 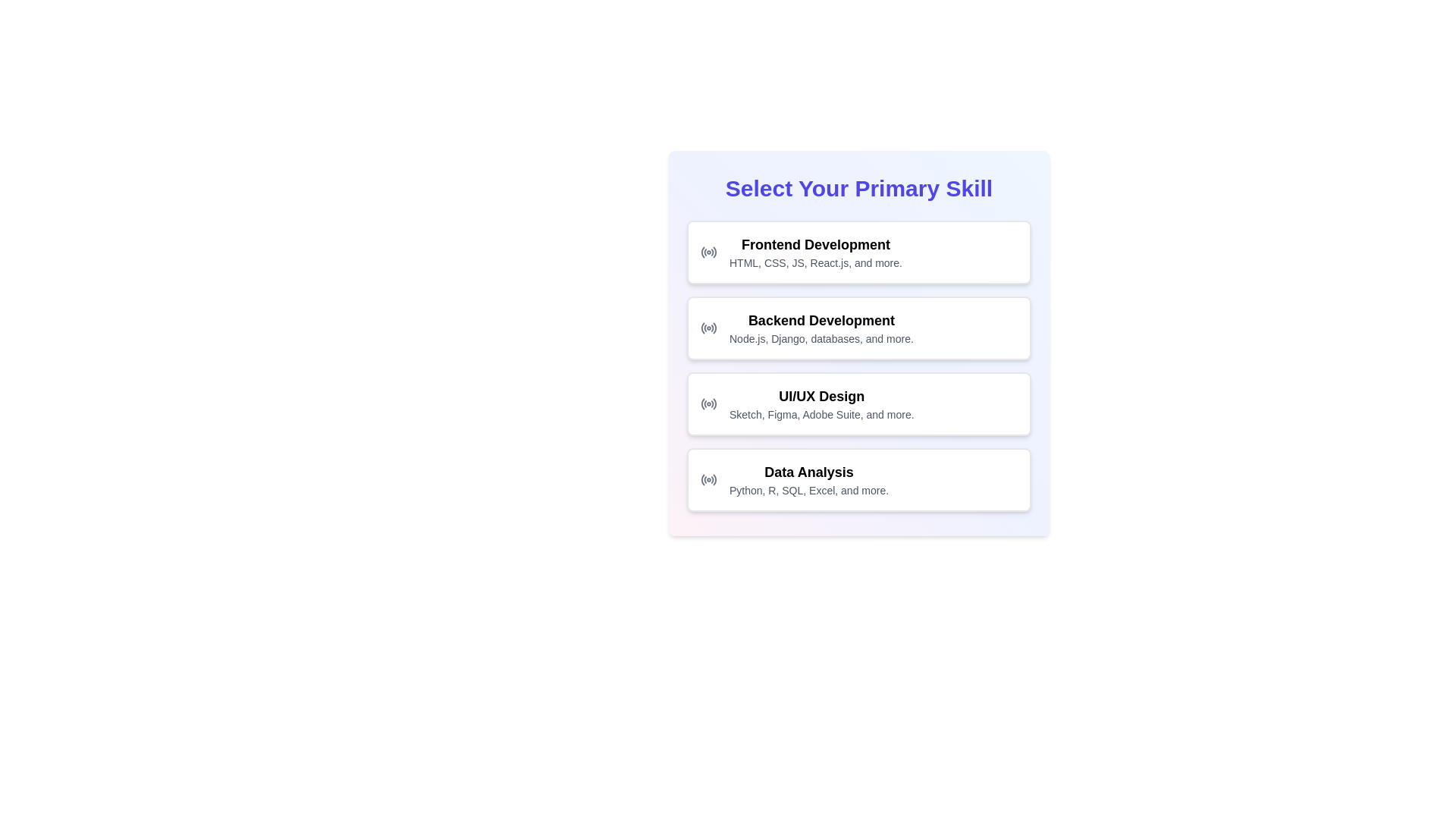 I want to click on the decorative icon representing the 'Backend Development' category, located immediately to the left of the text 'Backend Development', so click(x=708, y=327).